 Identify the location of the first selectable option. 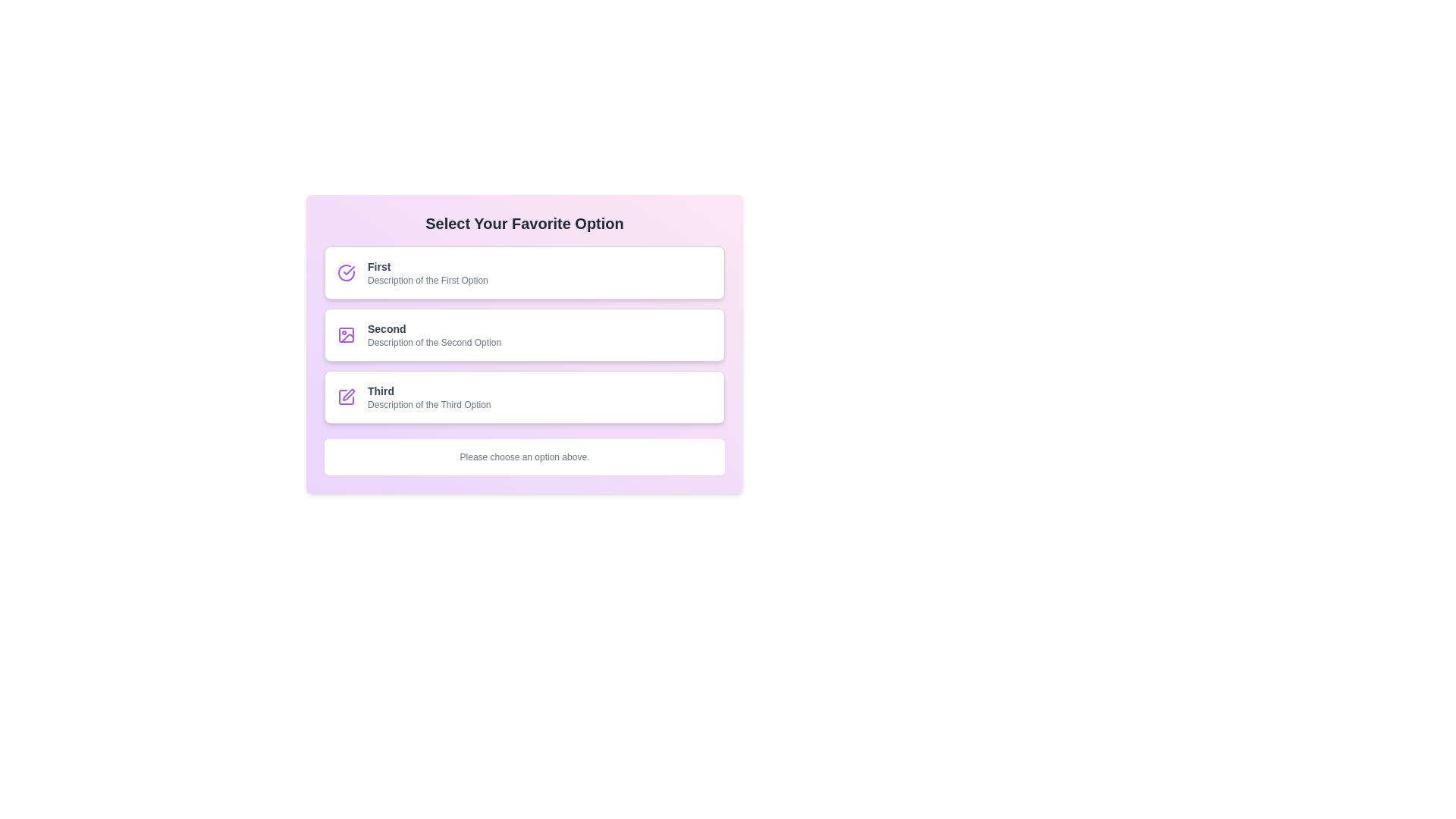
(524, 271).